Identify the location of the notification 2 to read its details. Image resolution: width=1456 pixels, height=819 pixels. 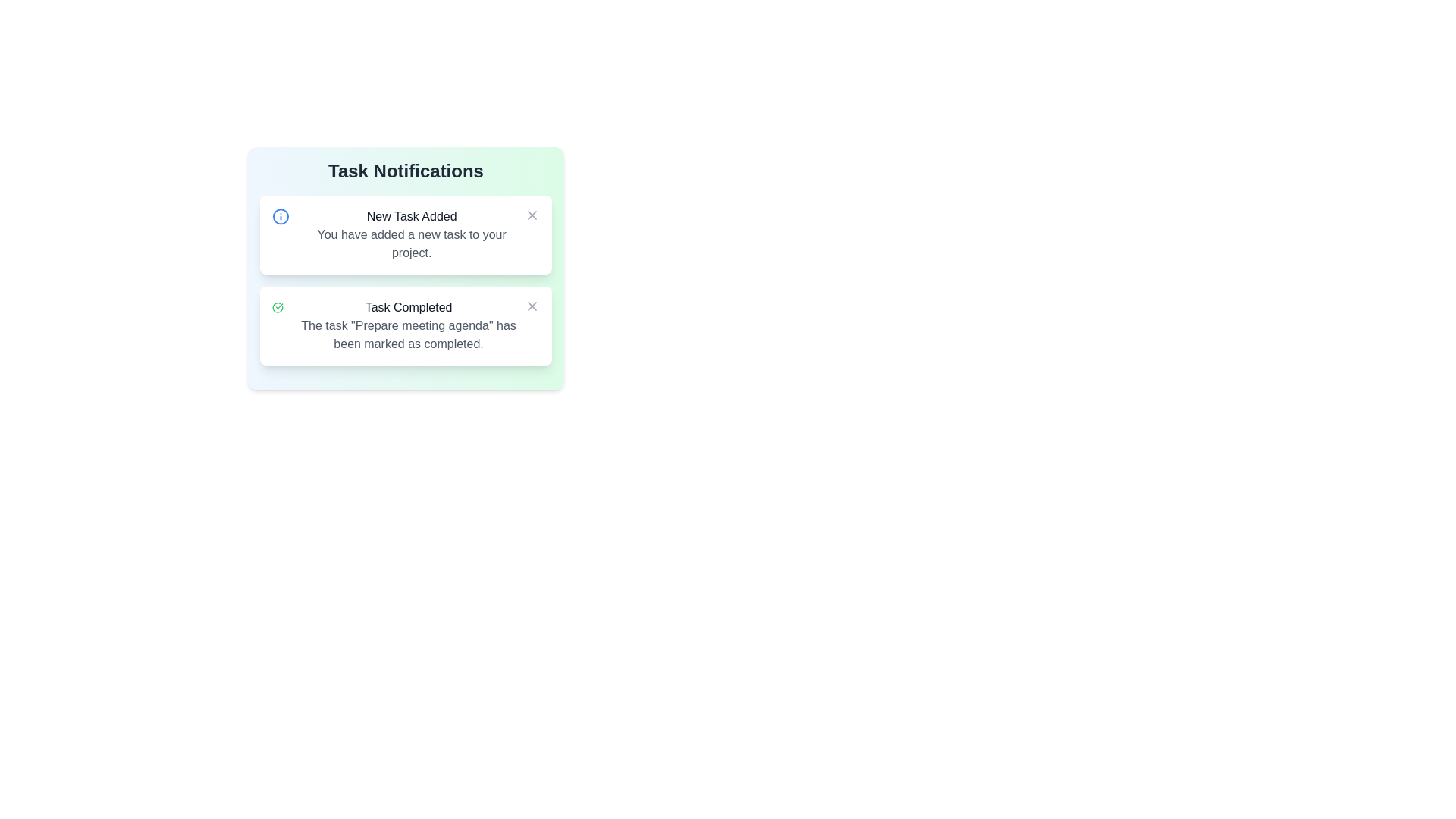
(406, 325).